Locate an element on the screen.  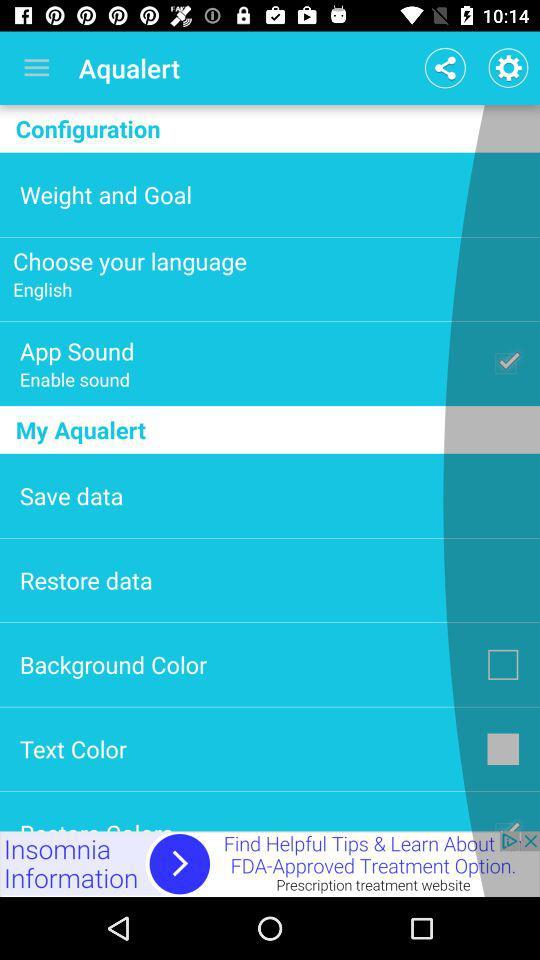
more information about an advertisement is located at coordinates (270, 863).